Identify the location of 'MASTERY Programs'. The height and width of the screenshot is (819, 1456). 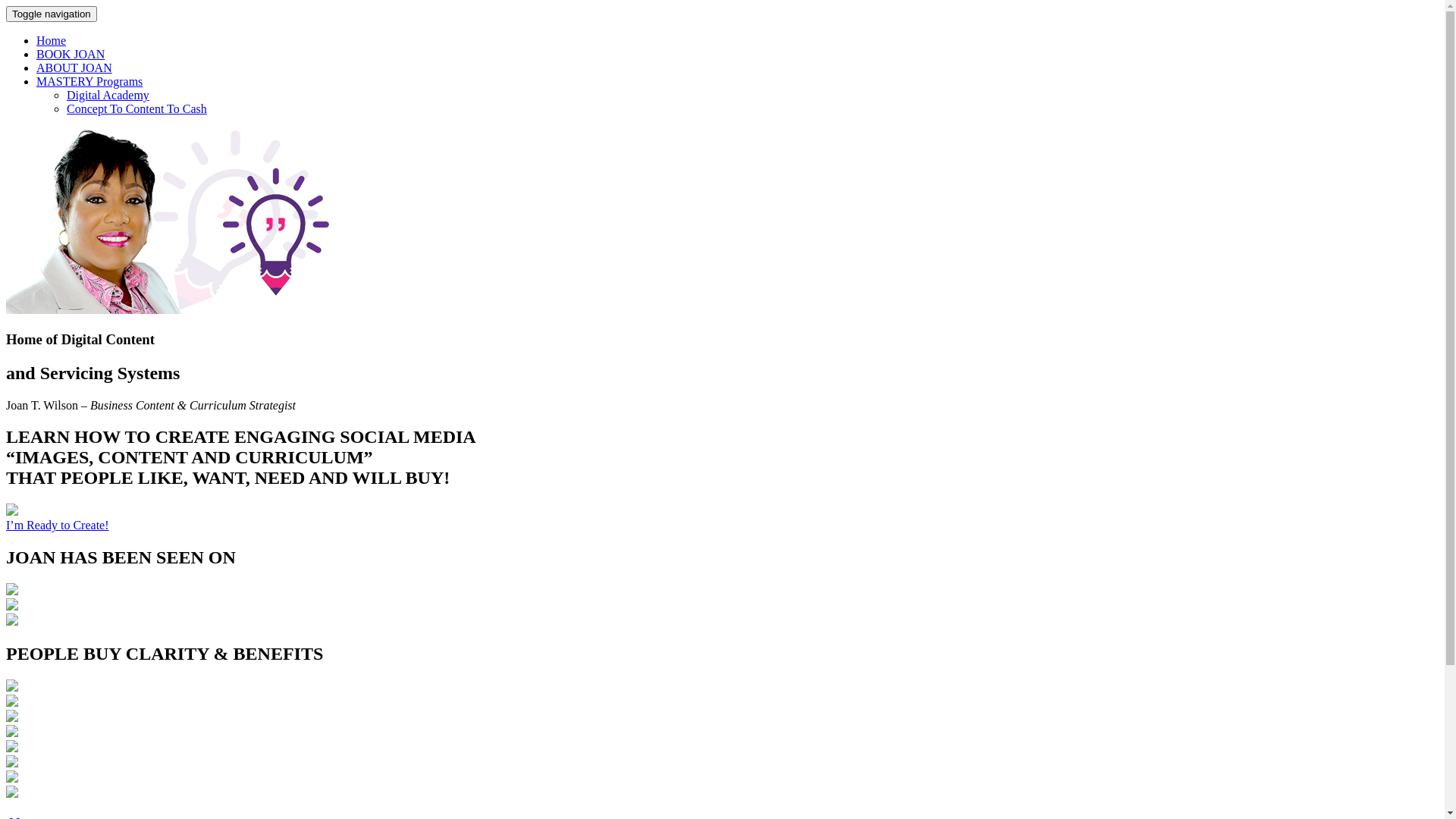
(89, 81).